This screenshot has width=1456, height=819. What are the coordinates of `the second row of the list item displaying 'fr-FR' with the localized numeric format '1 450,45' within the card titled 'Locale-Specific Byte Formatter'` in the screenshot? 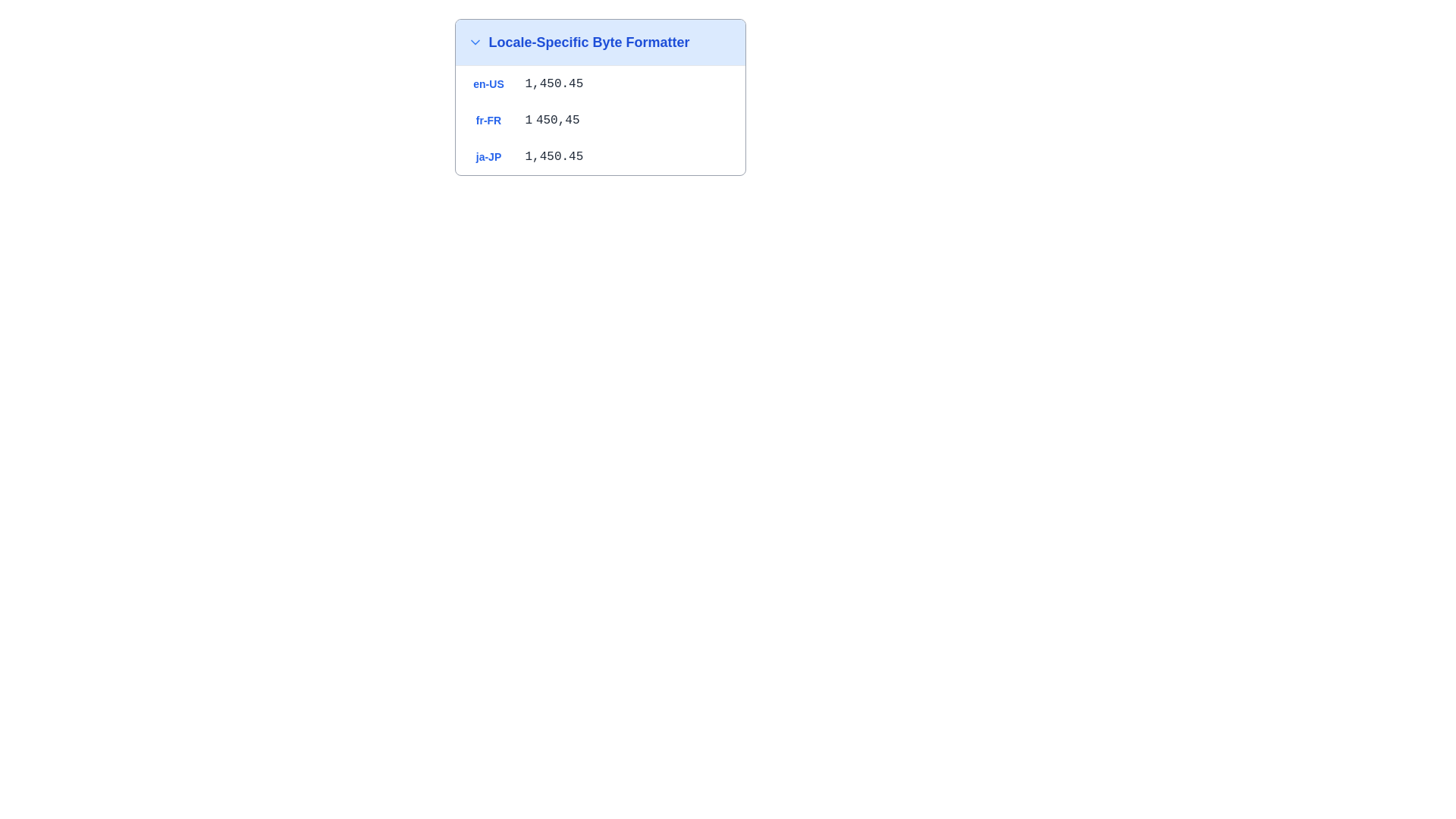 It's located at (599, 119).